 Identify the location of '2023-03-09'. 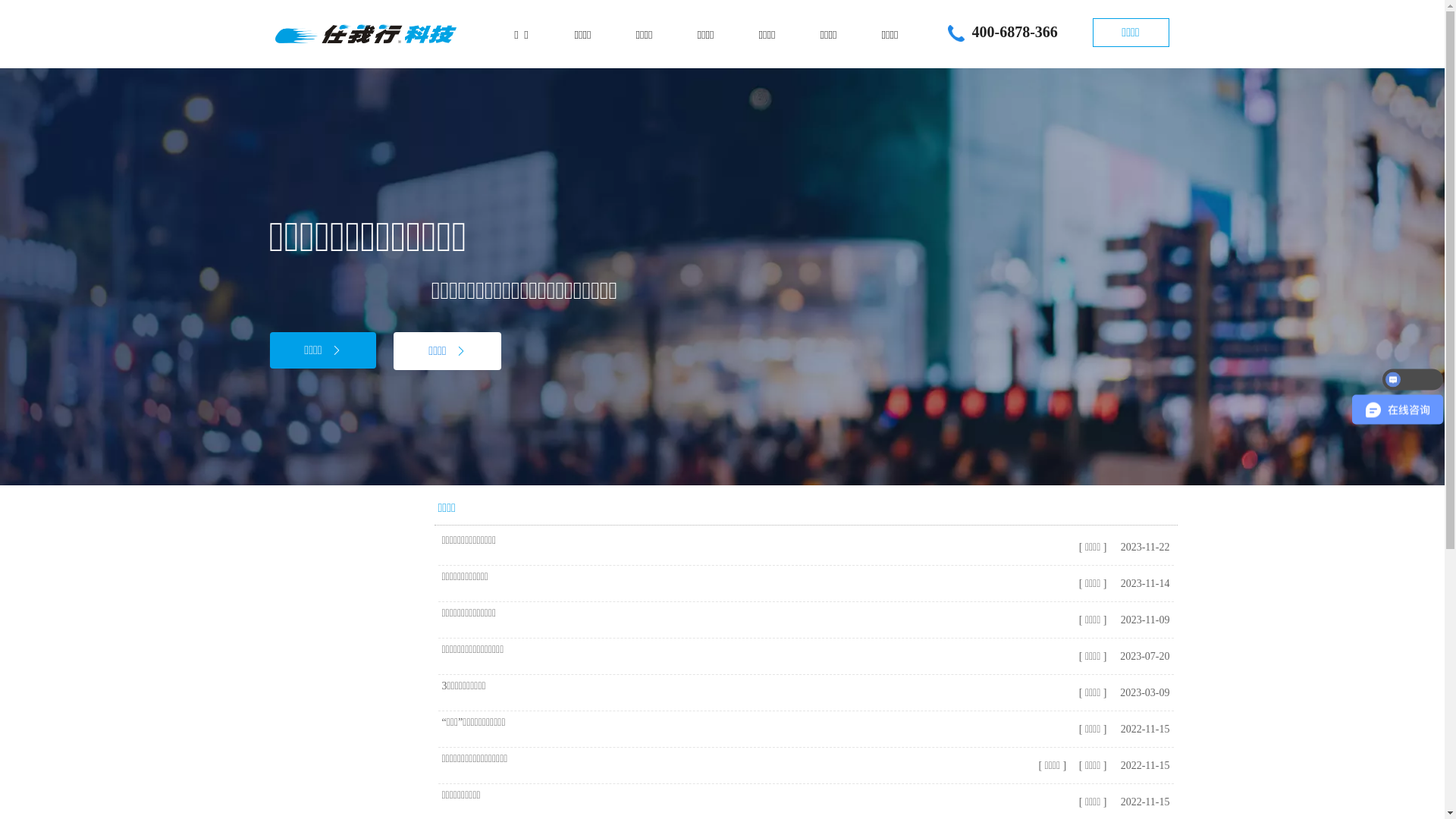
(1143, 692).